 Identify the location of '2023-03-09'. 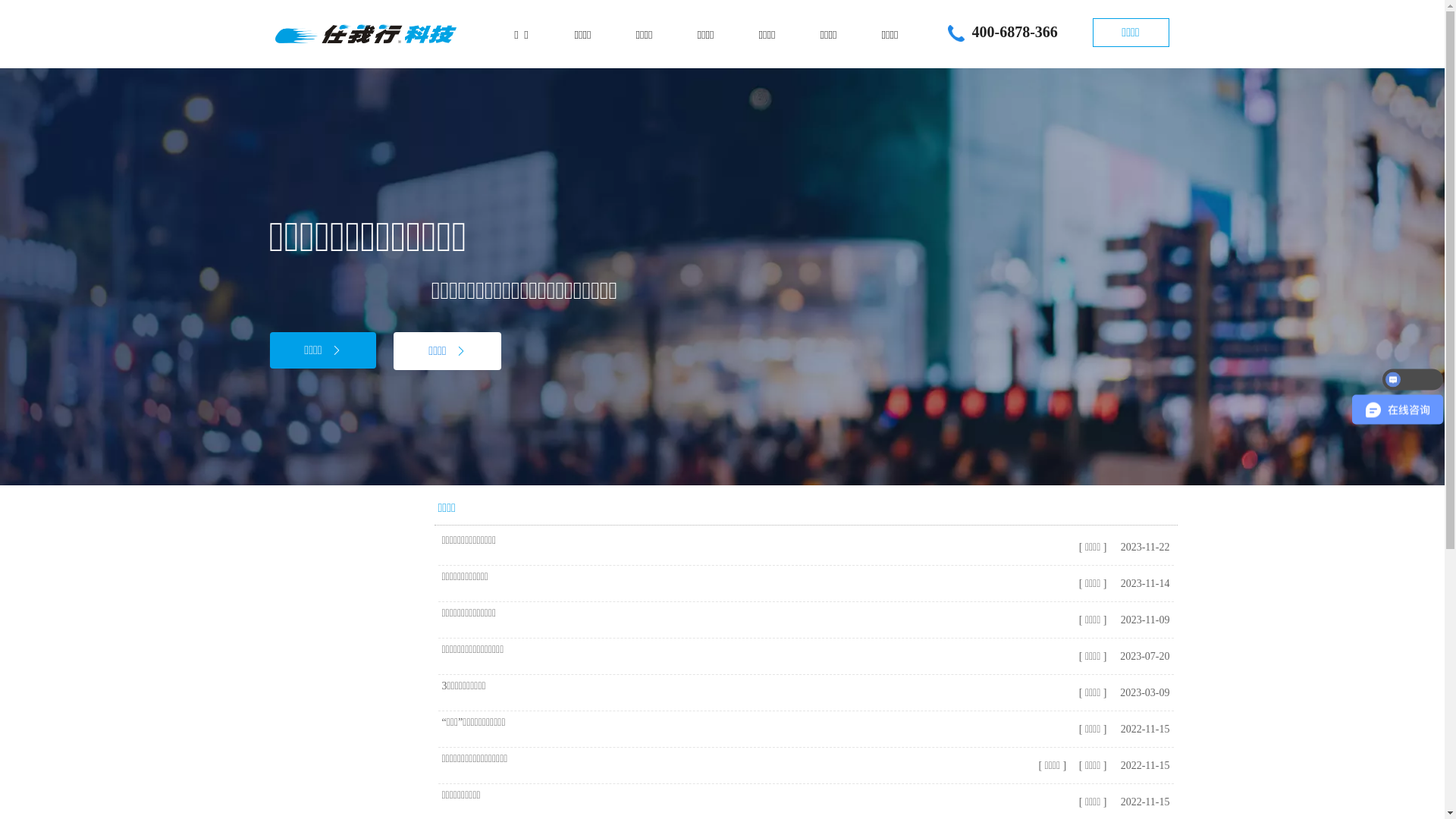
(1143, 692).